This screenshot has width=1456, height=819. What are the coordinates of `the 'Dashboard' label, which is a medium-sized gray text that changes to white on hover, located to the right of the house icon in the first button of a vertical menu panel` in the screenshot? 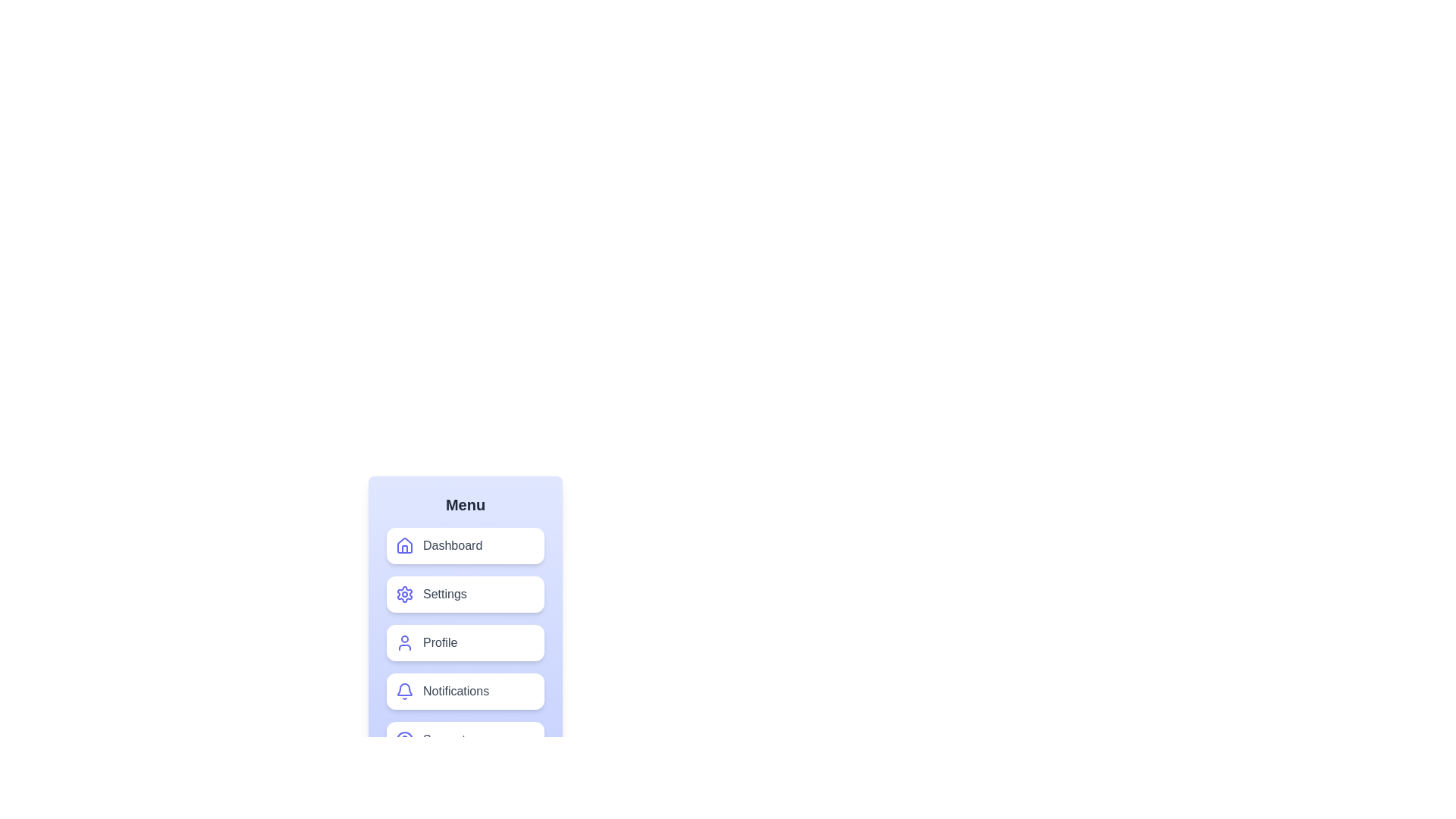 It's located at (452, 546).